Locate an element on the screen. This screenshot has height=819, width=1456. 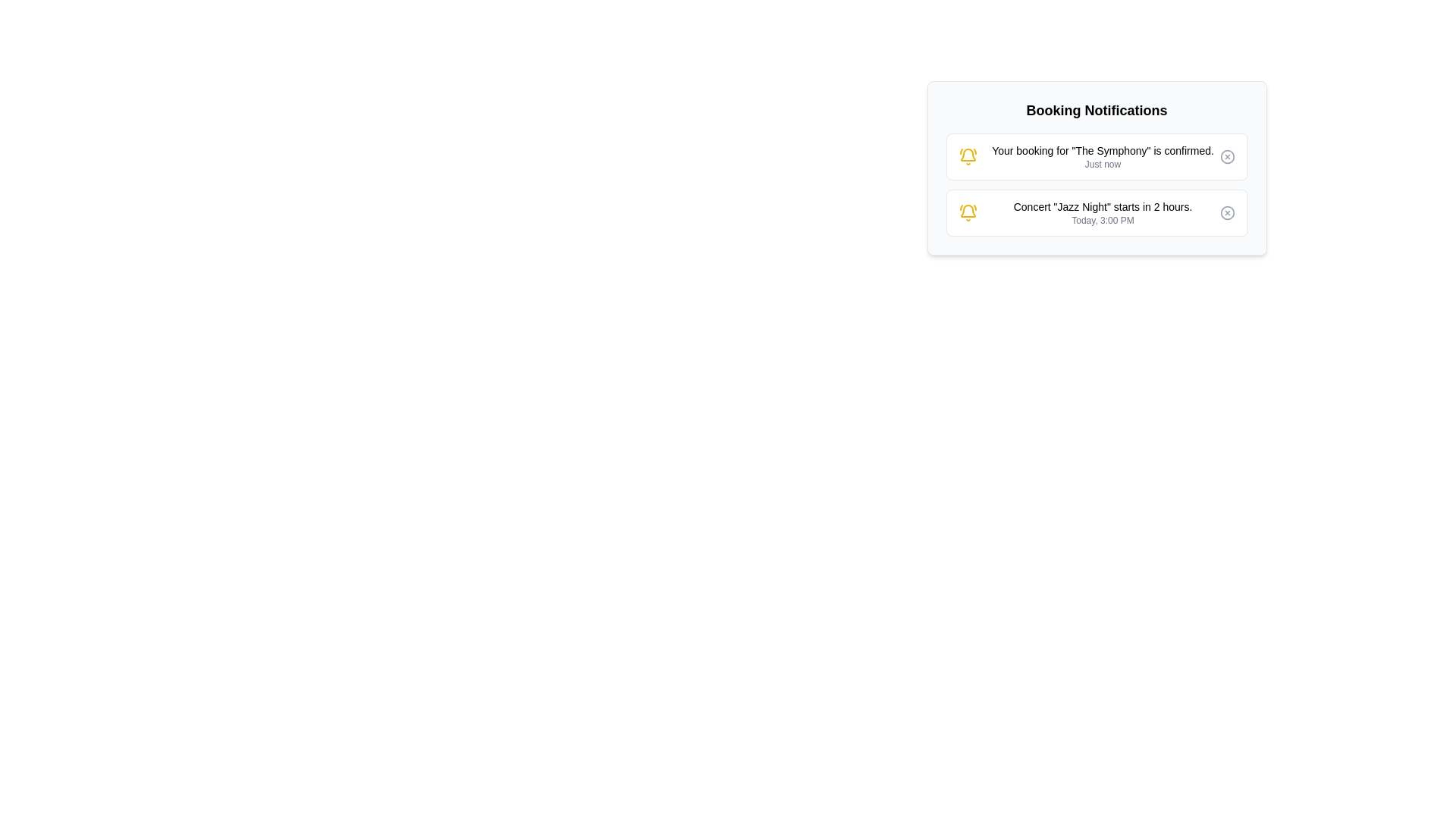
the icon to display the tooltip for Concert reminder is located at coordinates (967, 213).